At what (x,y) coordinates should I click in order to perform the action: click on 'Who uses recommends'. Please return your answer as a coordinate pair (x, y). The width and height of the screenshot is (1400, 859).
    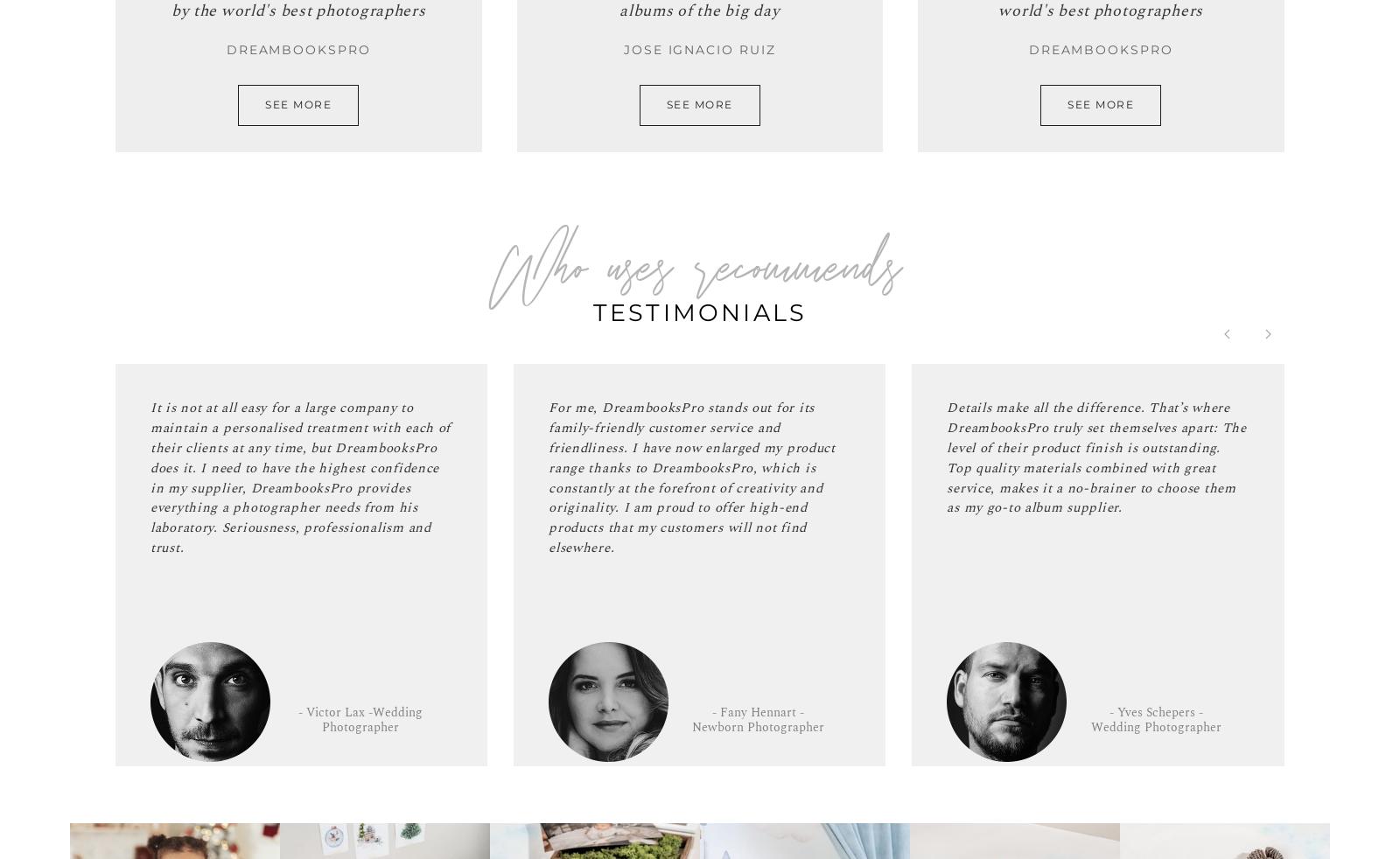
    Looking at the image, I should click on (700, 269).